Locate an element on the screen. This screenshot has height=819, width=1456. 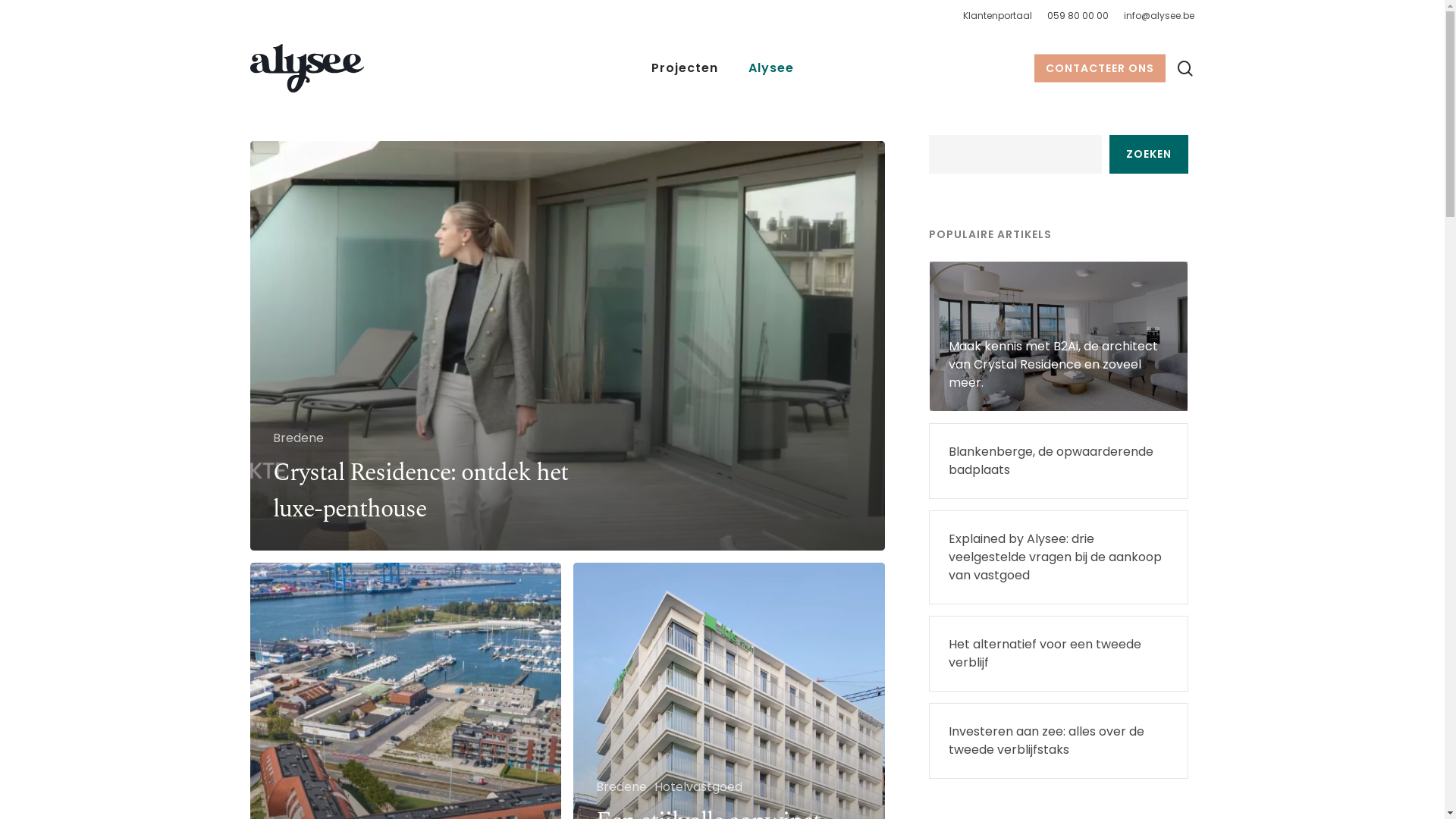
'Het alternatief voor een tweede verblijf' is located at coordinates (1058, 652).